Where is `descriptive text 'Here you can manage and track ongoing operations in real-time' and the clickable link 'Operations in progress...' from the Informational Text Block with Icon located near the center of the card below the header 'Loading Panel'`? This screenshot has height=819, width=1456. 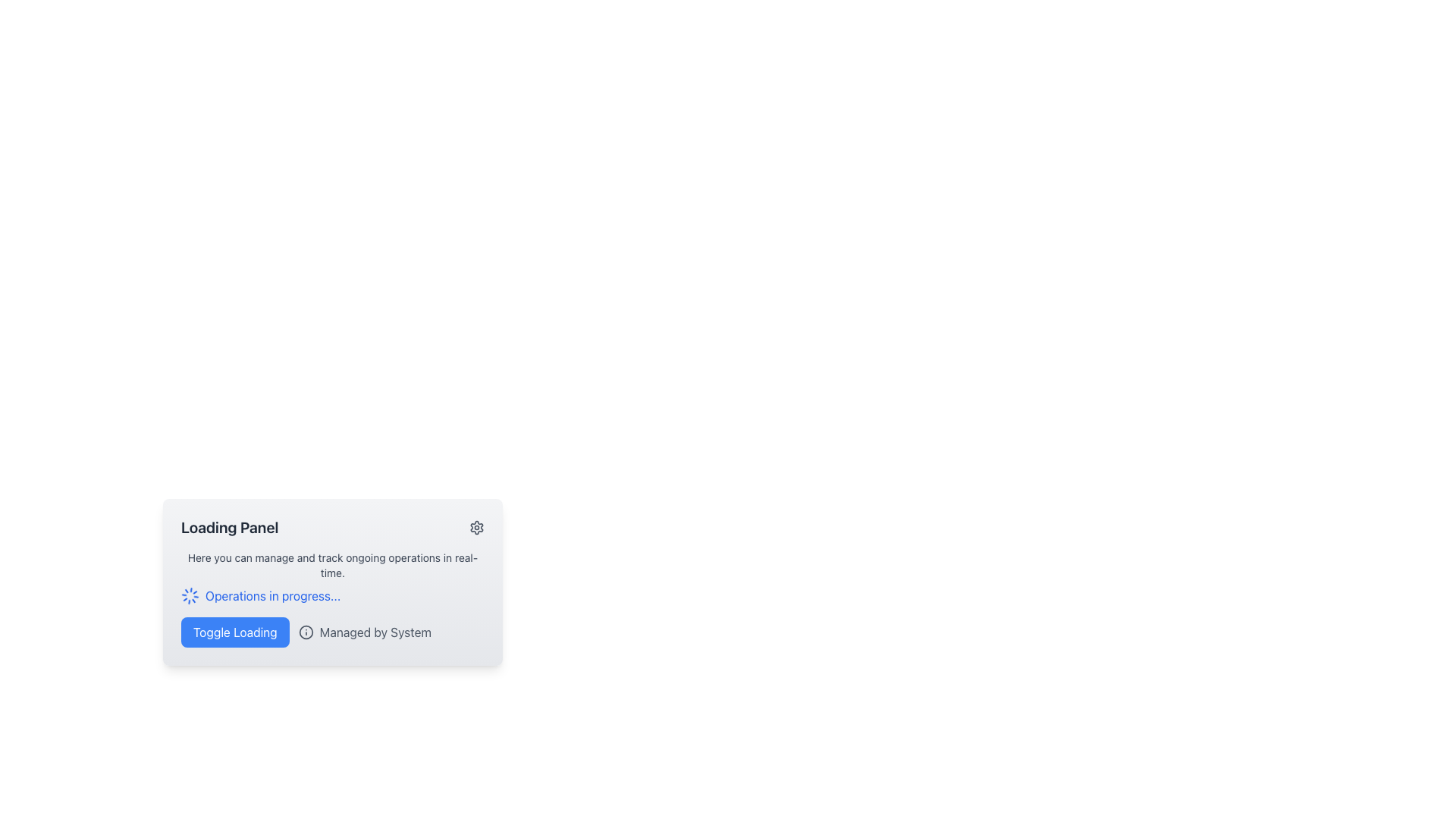 descriptive text 'Here you can manage and track ongoing operations in real-time' and the clickable link 'Operations in progress...' from the Informational Text Block with Icon located near the center of the card below the header 'Loading Panel' is located at coordinates (331, 578).